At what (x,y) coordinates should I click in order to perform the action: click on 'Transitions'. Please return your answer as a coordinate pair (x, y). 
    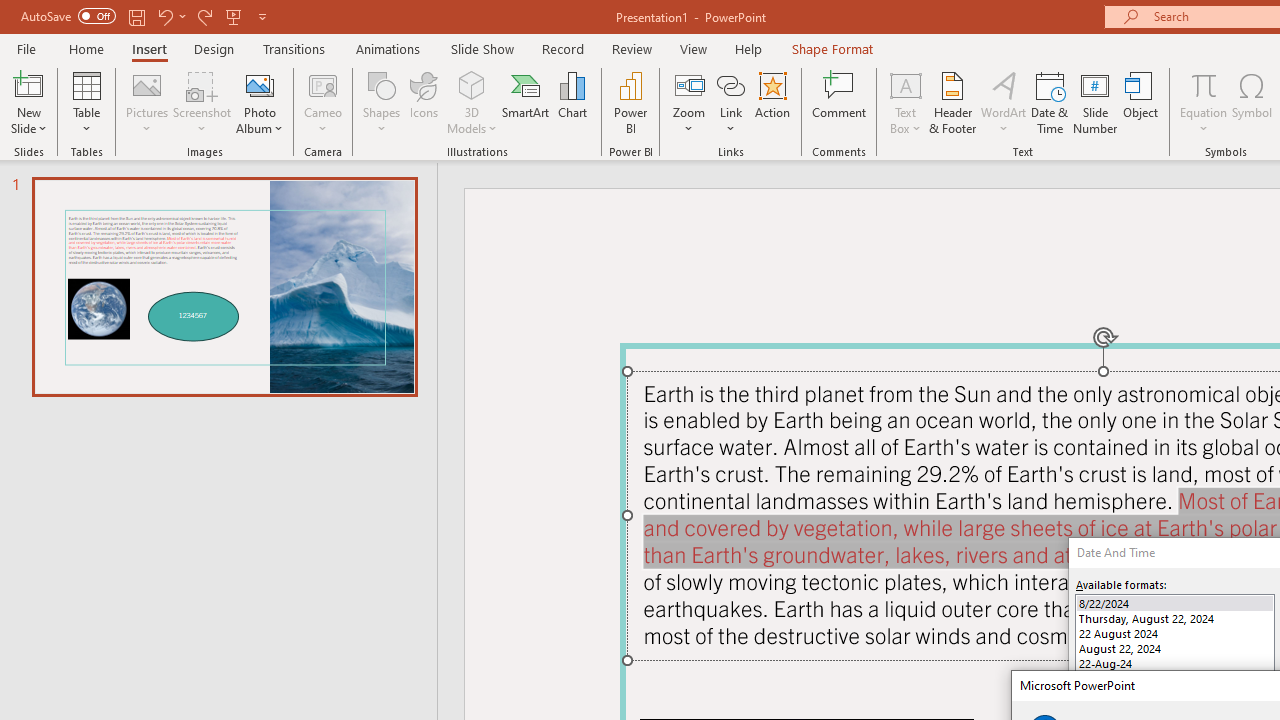
    Looking at the image, I should click on (294, 48).